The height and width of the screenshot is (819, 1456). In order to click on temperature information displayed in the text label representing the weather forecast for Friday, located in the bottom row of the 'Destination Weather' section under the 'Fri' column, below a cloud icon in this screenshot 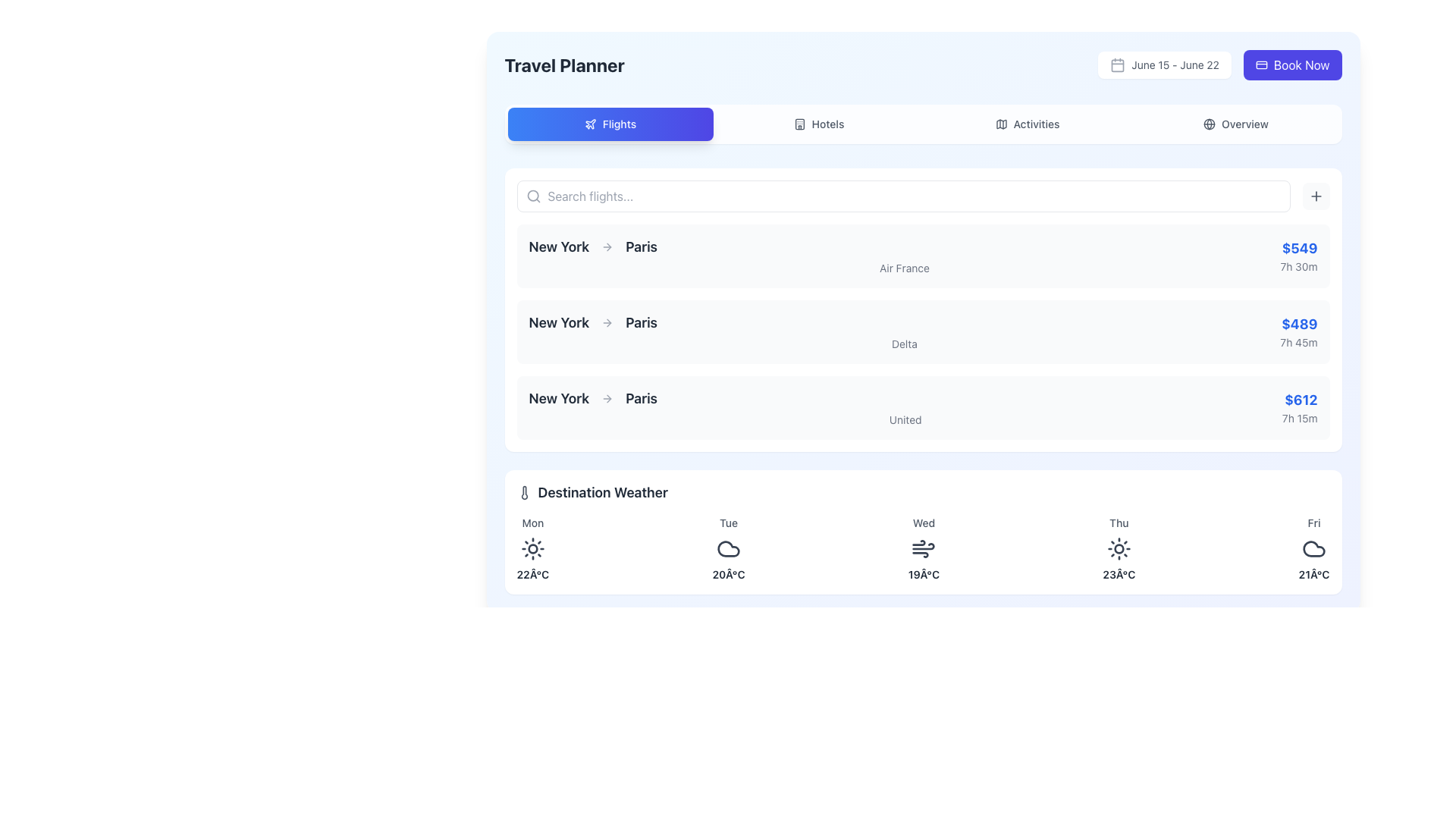, I will do `click(1313, 575)`.